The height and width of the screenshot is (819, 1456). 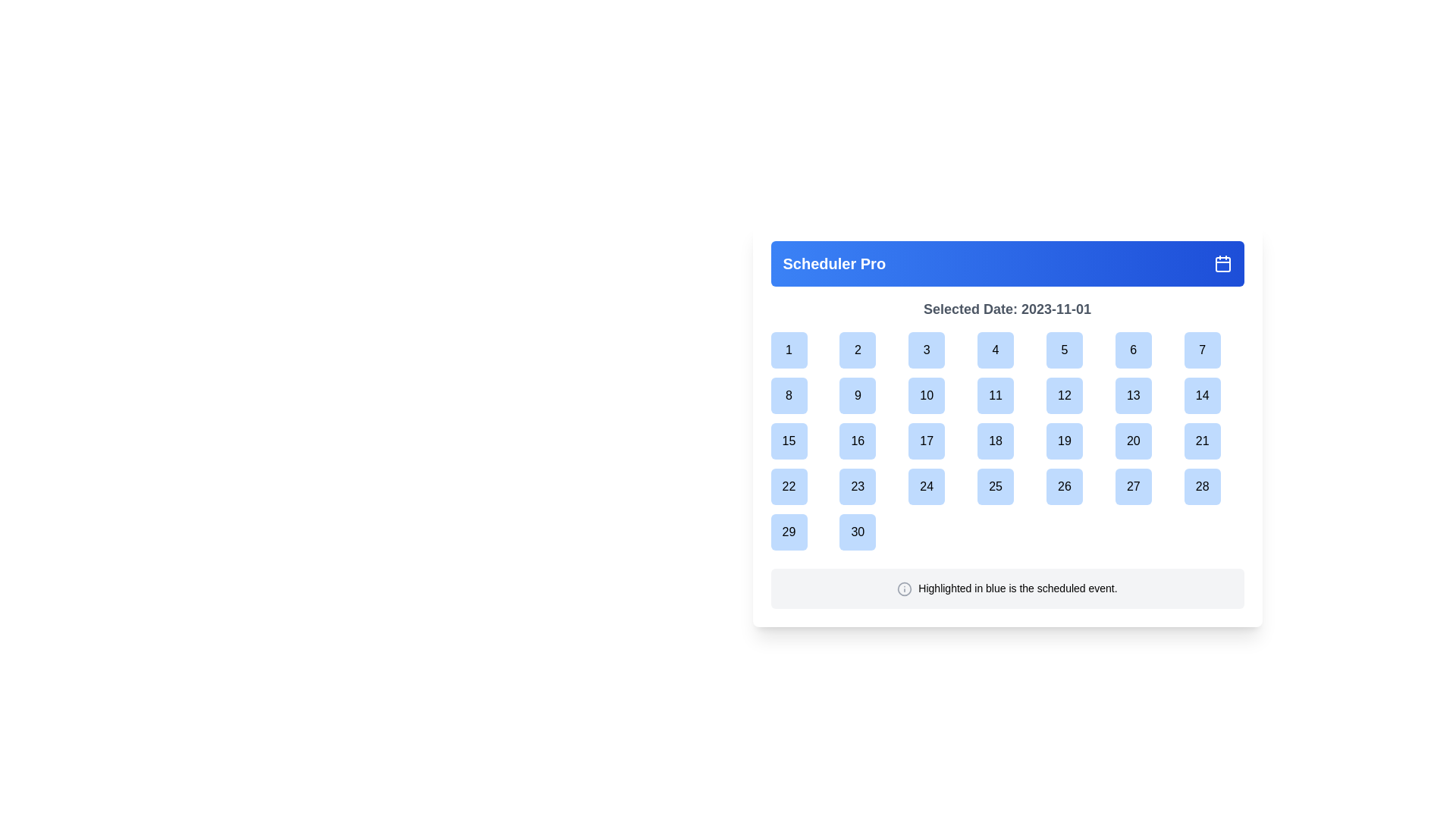 What do you see at coordinates (996, 350) in the screenshot?
I see `the selectable day button in the calendar view located in the first row, fourth column` at bounding box center [996, 350].